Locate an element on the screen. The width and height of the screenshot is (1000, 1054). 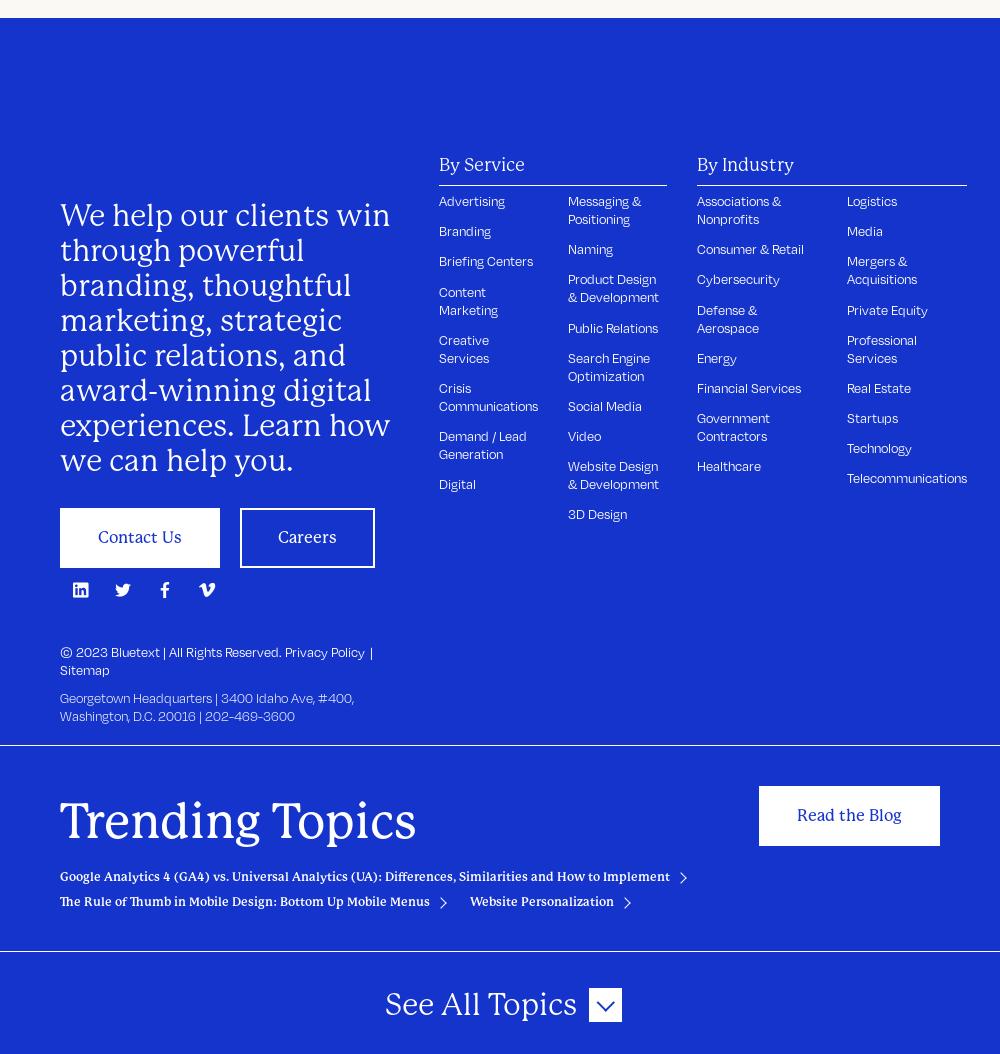
'Healthcare' is located at coordinates (728, 465).